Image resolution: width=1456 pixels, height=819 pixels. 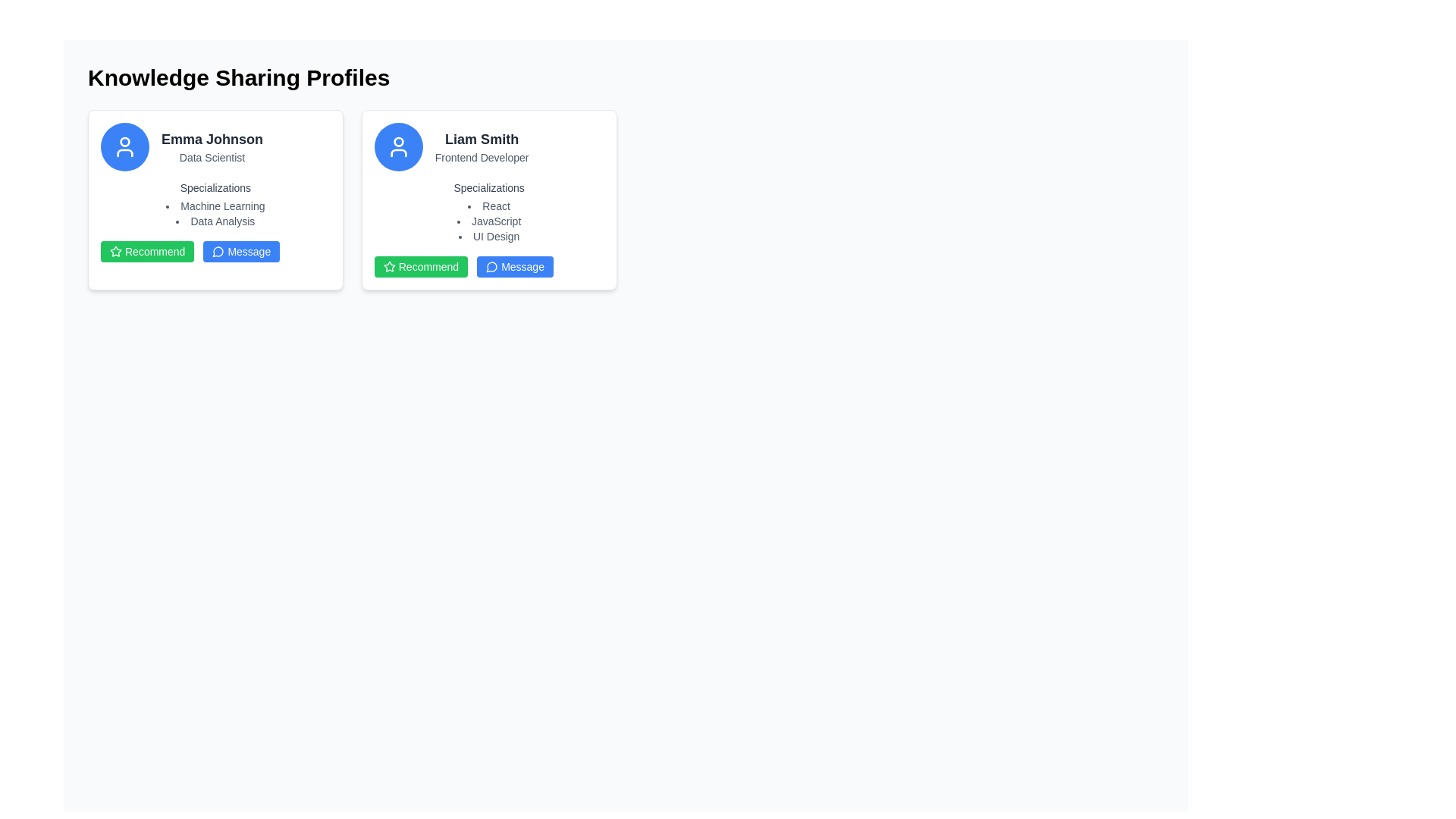 What do you see at coordinates (211, 140) in the screenshot?
I see `the static text label displaying 'Emma Johnson', which is styled in bold black font and is located near the top of the profile card in the first column of the layout` at bounding box center [211, 140].